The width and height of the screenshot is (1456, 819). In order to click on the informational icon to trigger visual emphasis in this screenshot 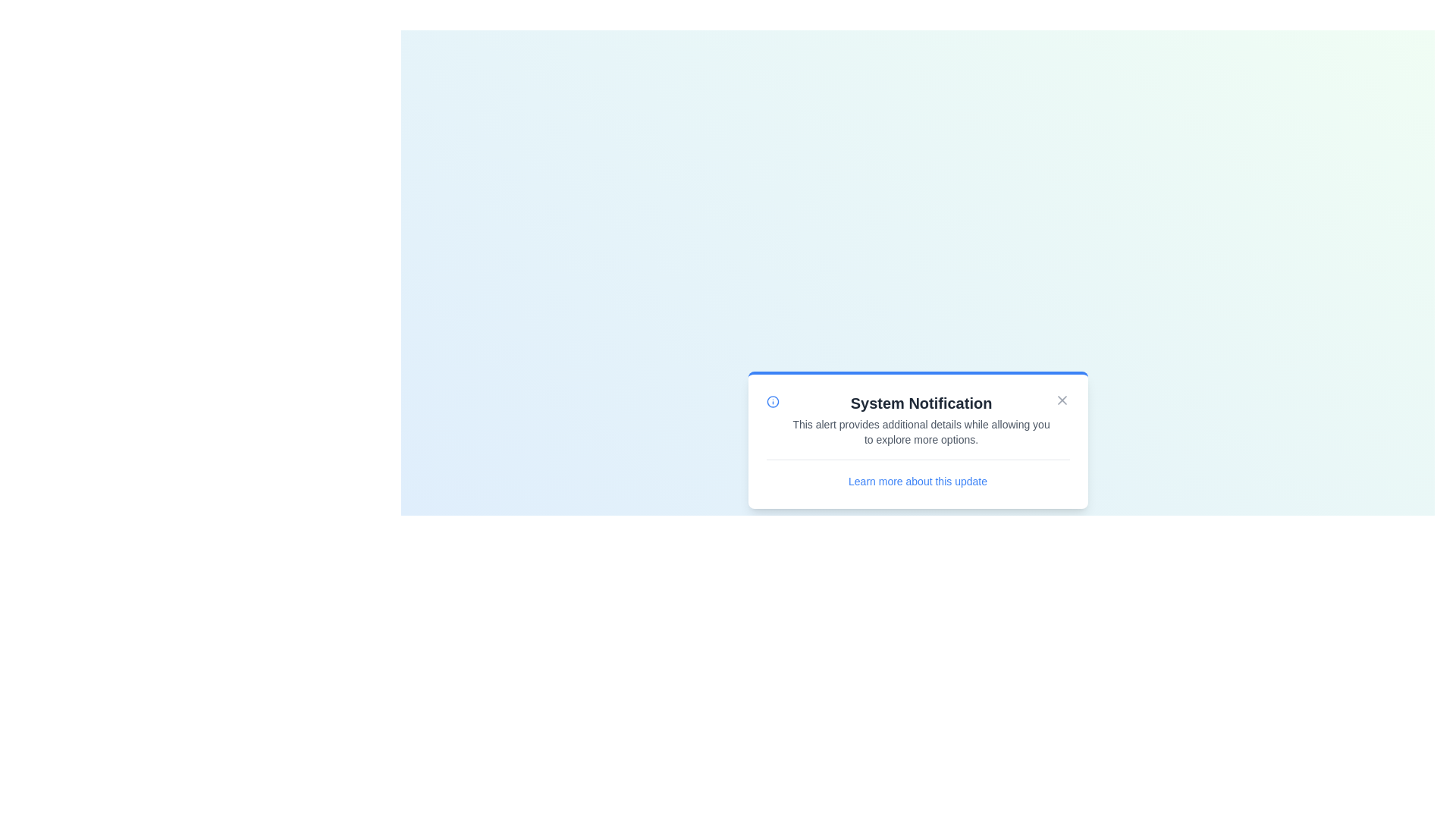, I will do `click(772, 400)`.